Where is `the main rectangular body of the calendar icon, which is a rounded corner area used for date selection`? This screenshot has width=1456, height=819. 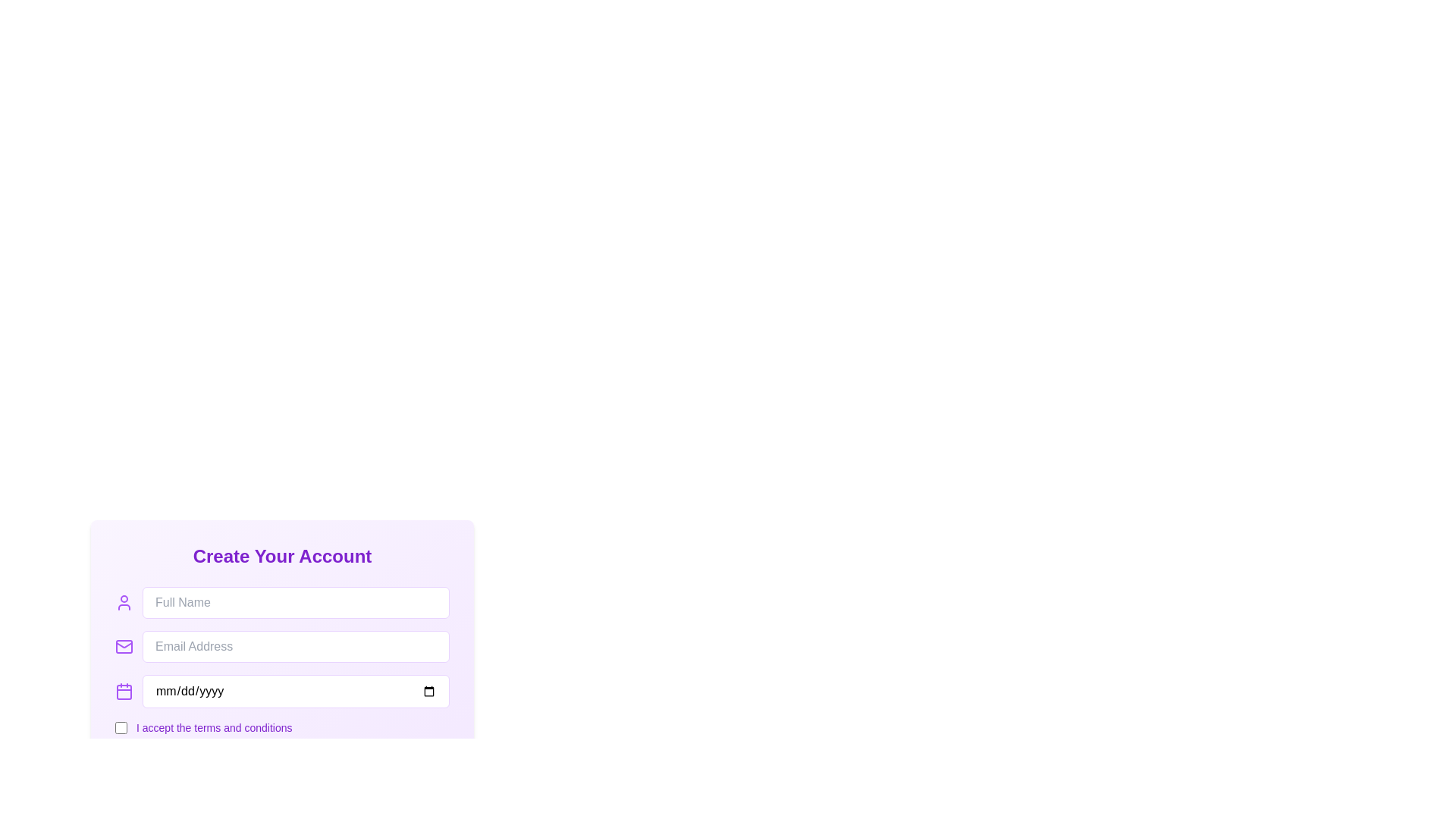 the main rectangular body of the calendar icon, which is a rounded corner area used for date selection is located at coordinates (124, 692).